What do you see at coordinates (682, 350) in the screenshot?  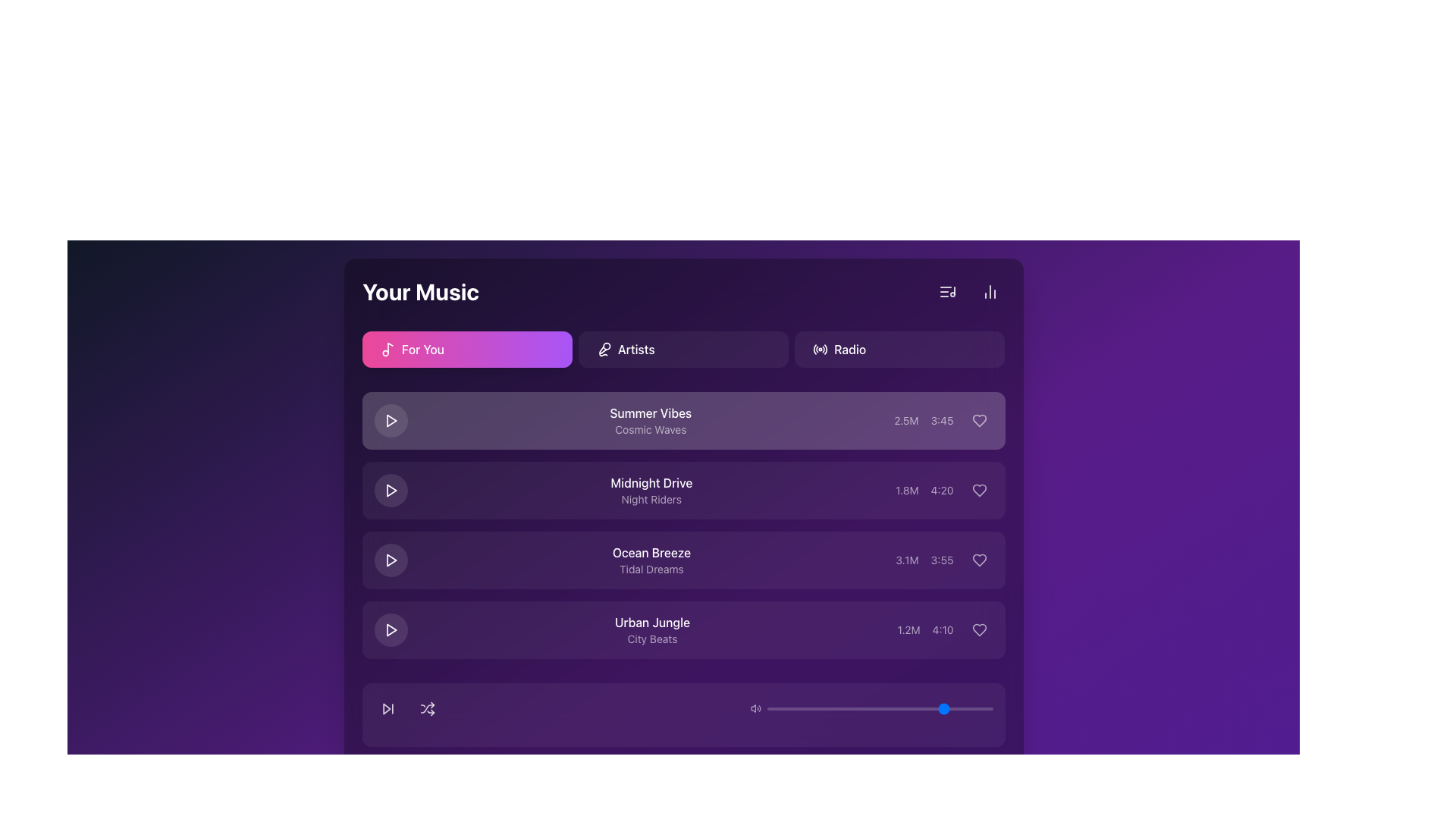 I see `the horizontally elongated button labeled 'Artists'` at bounding box center [682, 350].